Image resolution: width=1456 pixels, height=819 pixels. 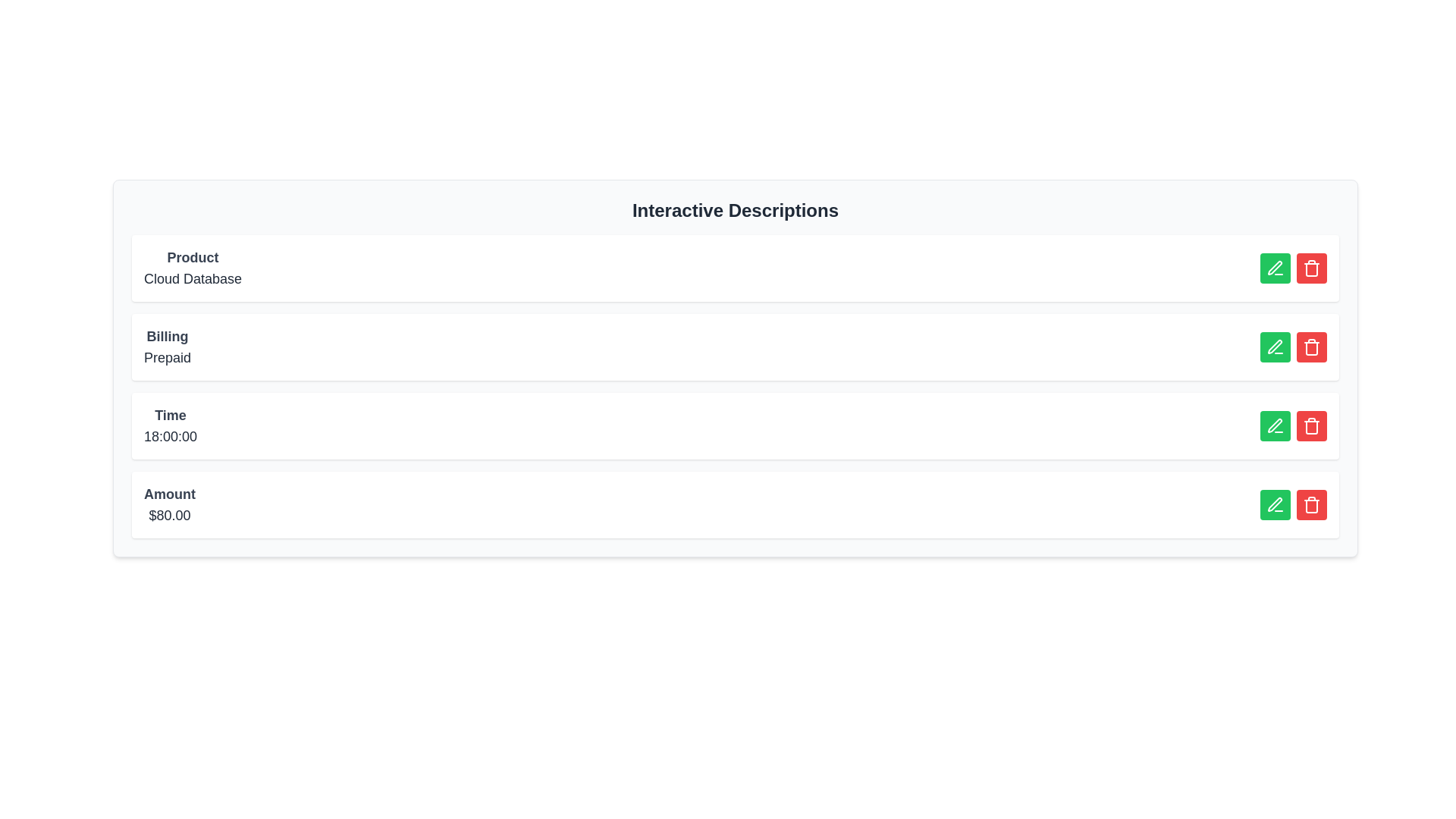 What do you see at coordinates (1310, 426) in the screenshot?
I see `the delete icon button located on the far right of the third row in the interactive description section` at bounding box center [1310, 426].